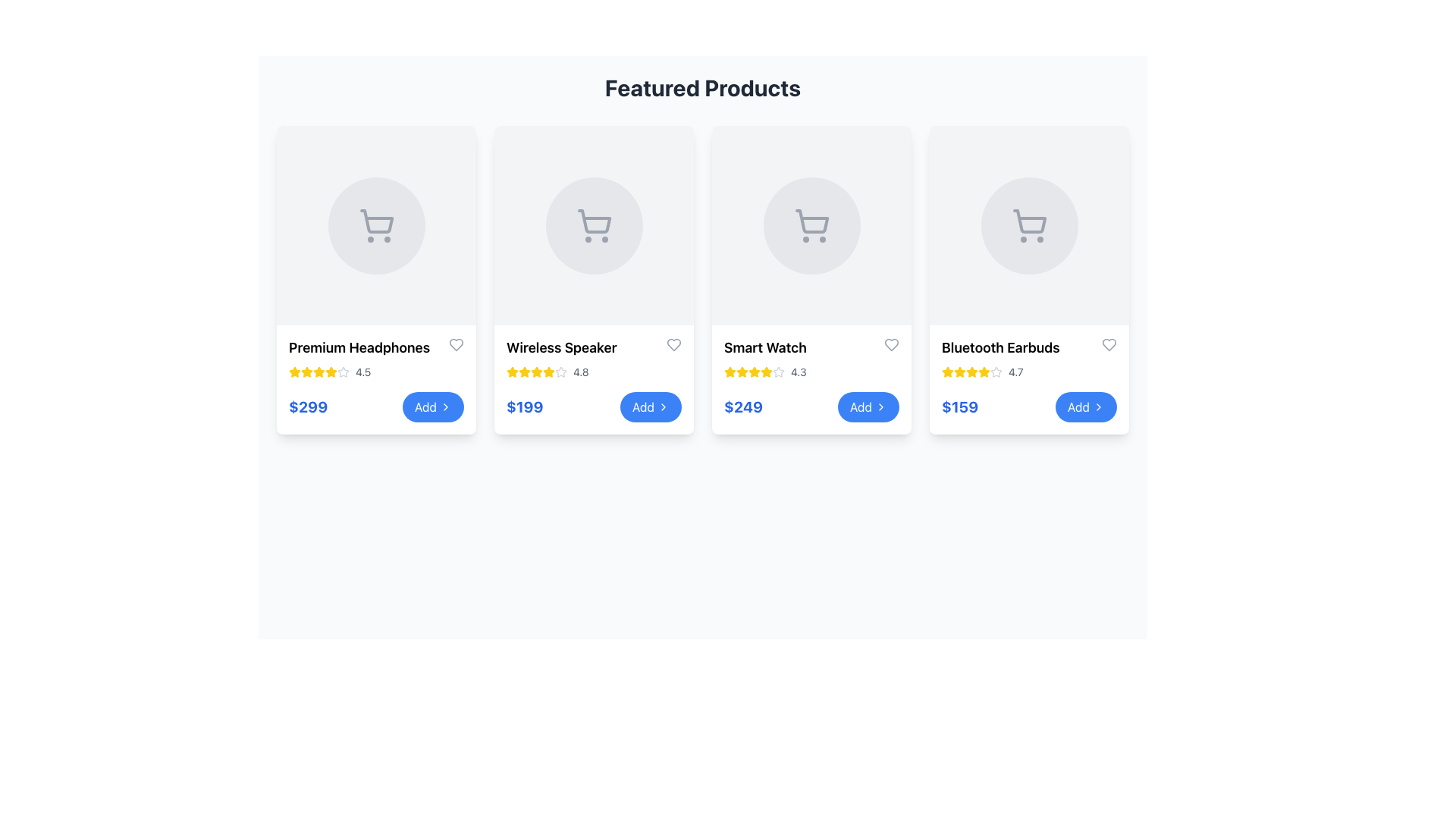 The width and height of the screenshot is (1456, 819). Describe the element at coordinates (306, 372) in the screenshot. I see `the third star icon, which is yellow and indicates a 4.5 rating, located in the 'Premium Headphones' card in the 'Featured Products' grid` at that location.